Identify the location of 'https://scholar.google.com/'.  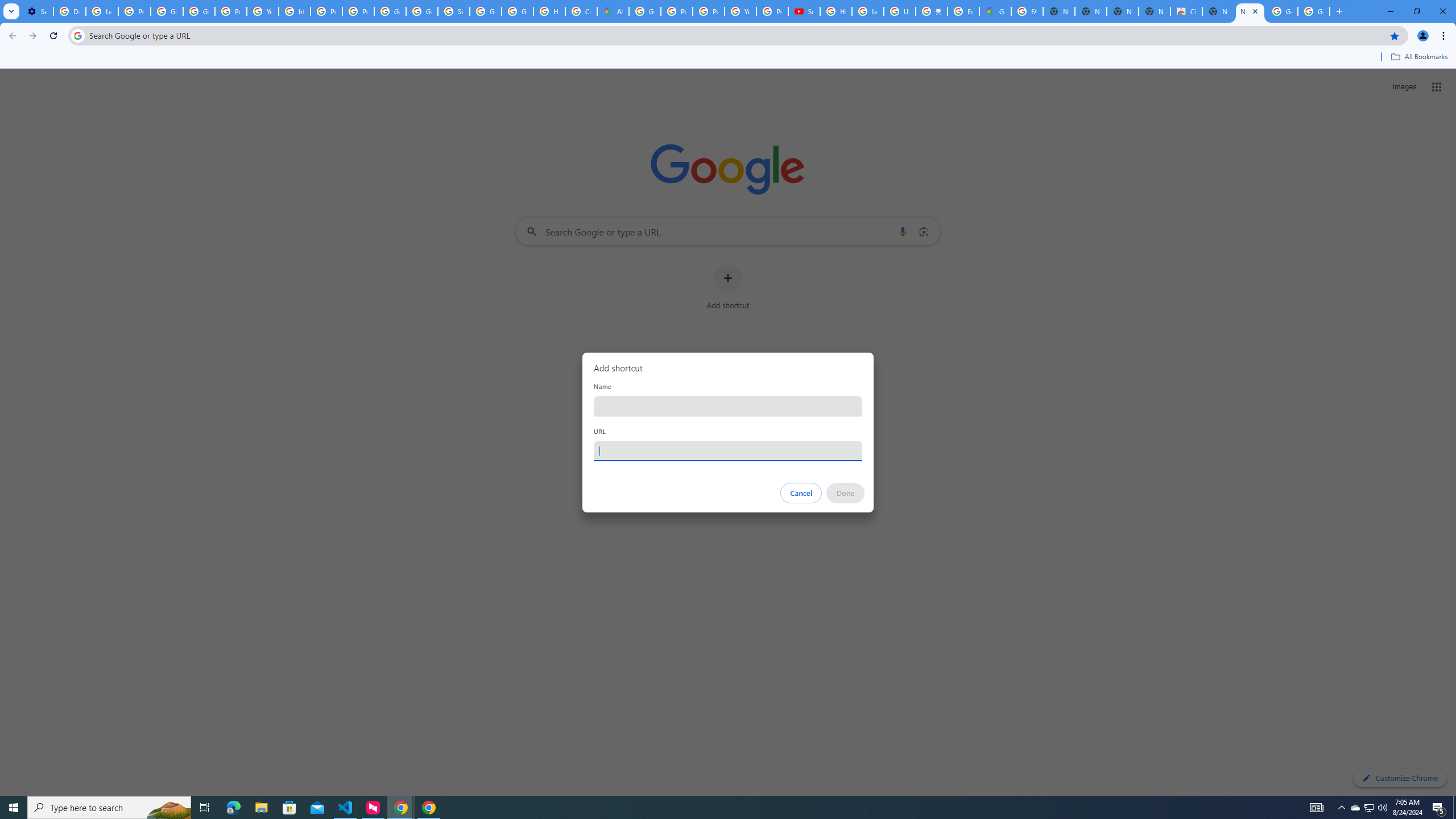
(294, 11).